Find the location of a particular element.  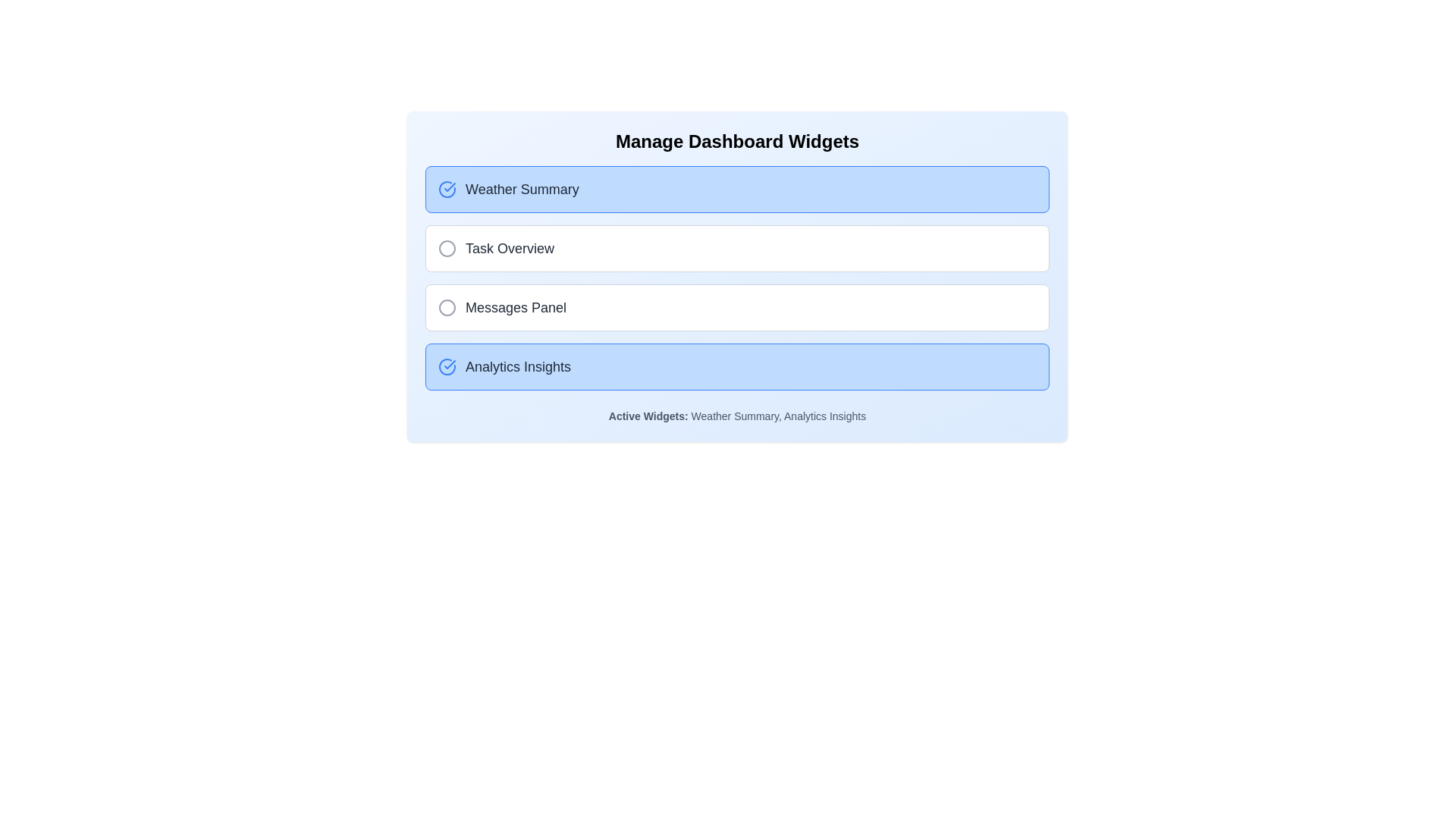

the checkmark icon indicating that the 'Analytics Insights' option has been selected, located inside the blue rectangular selection box to the left of the text 'Analytics Insights' is located at coordinates (449, 186).